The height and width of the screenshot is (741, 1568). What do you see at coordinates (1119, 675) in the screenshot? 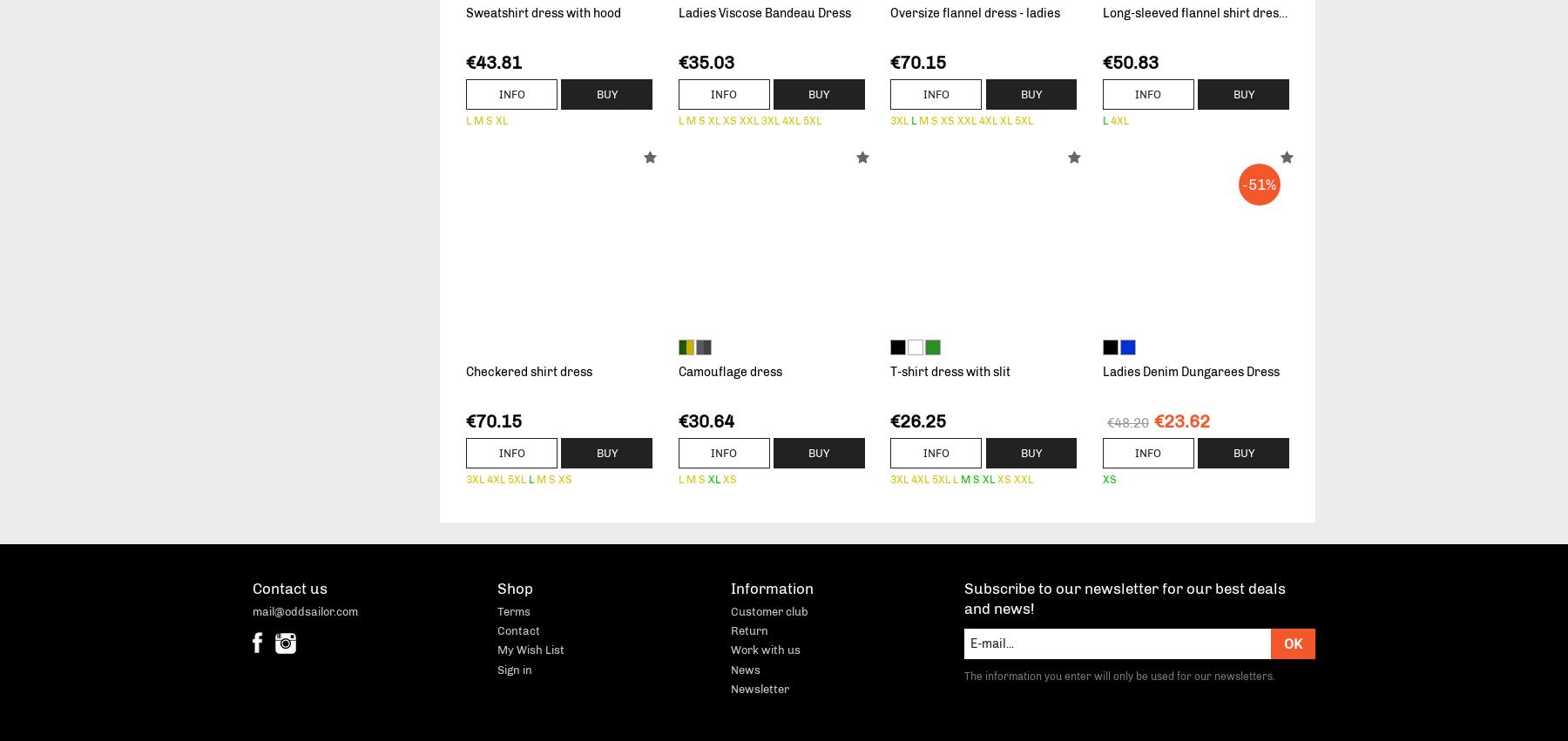
I see `'The information you enter will only be used for our newsletters.'` at bounding box center [1119, 675].